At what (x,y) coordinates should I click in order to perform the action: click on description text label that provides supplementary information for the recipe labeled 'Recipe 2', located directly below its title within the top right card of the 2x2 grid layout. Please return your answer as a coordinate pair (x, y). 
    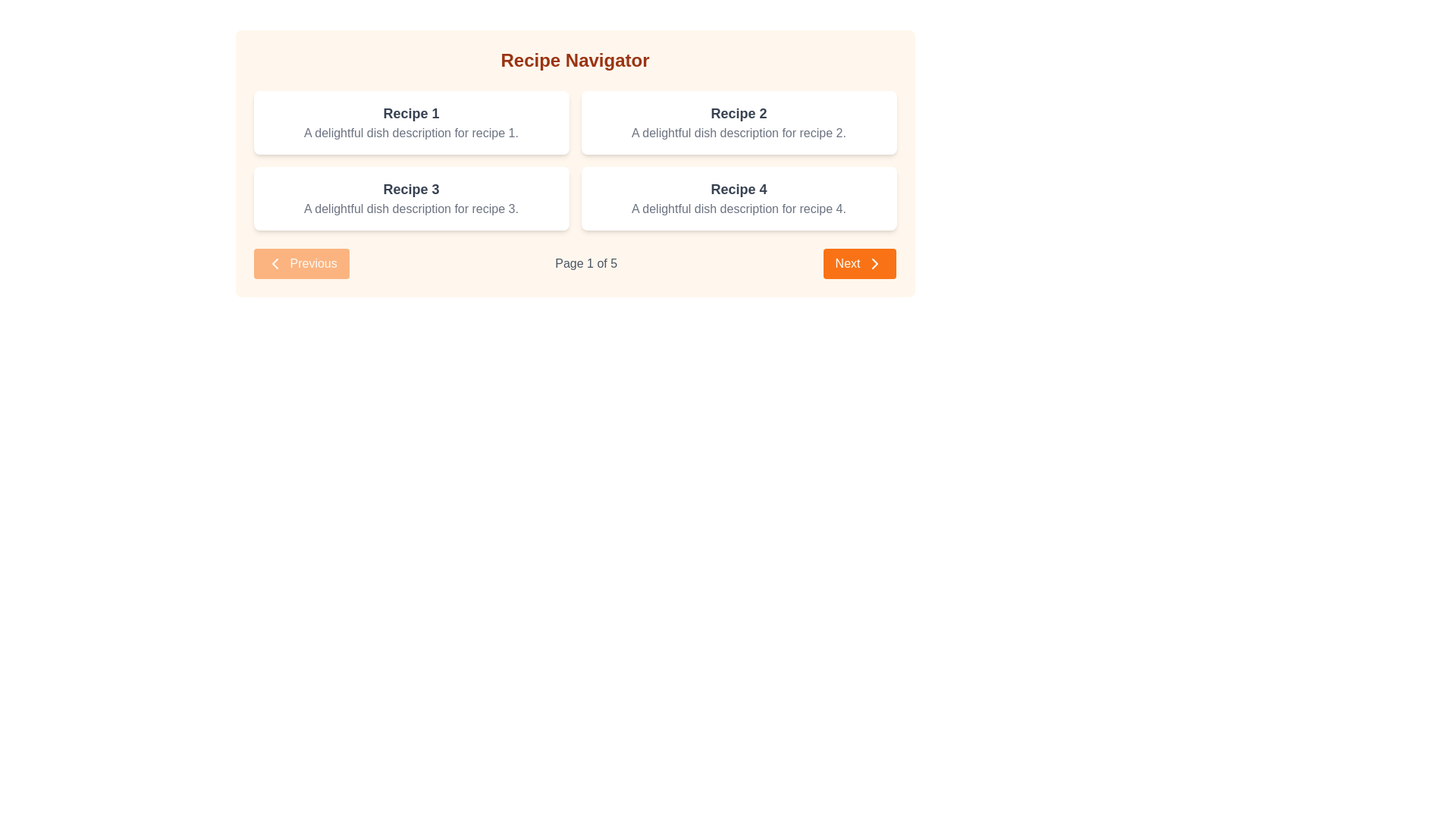
    Looking at the image, I should click on (739, 133).